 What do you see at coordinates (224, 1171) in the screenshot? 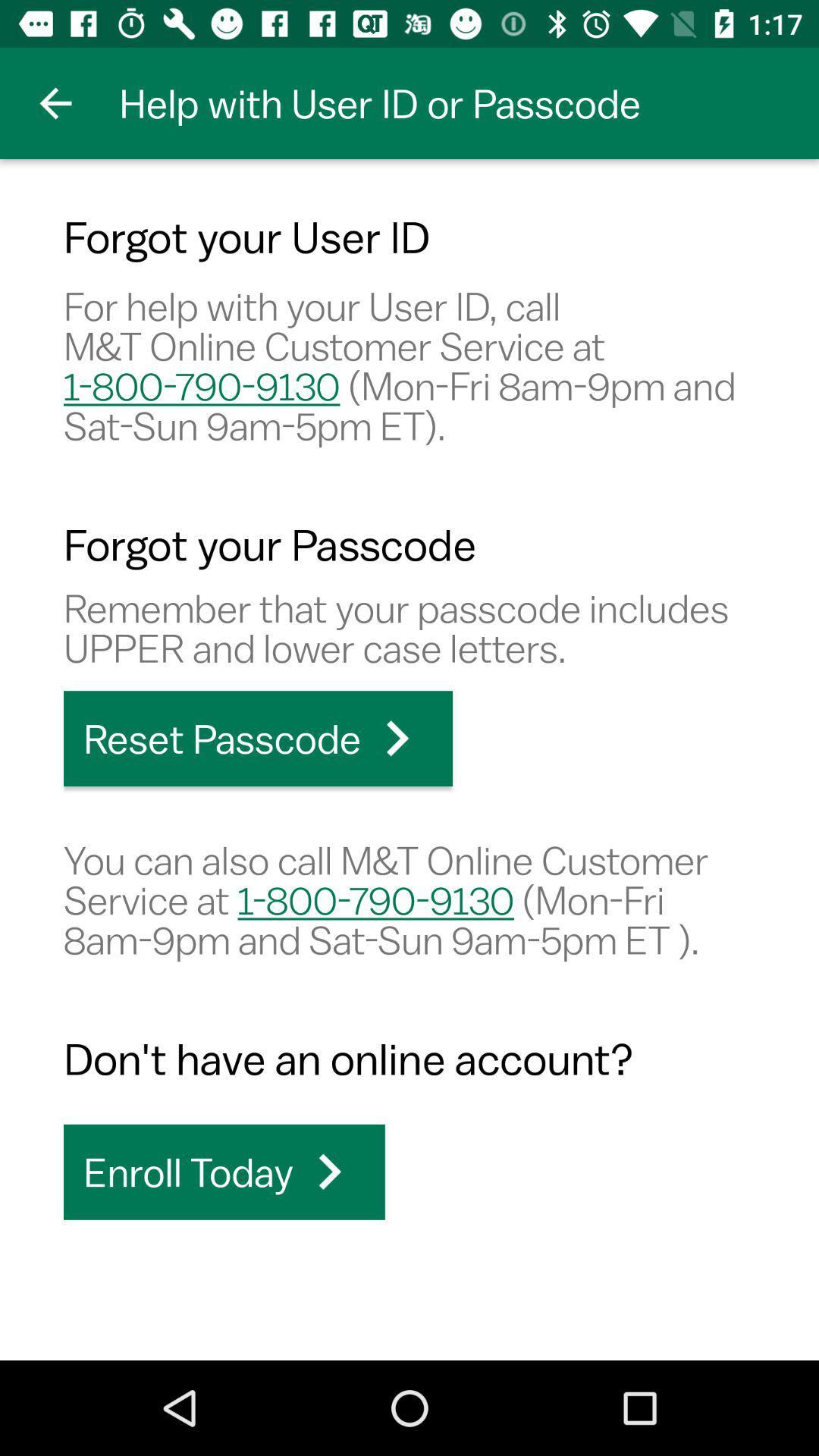
I see `the item below don t have item` at bounding box center [224, 1171].